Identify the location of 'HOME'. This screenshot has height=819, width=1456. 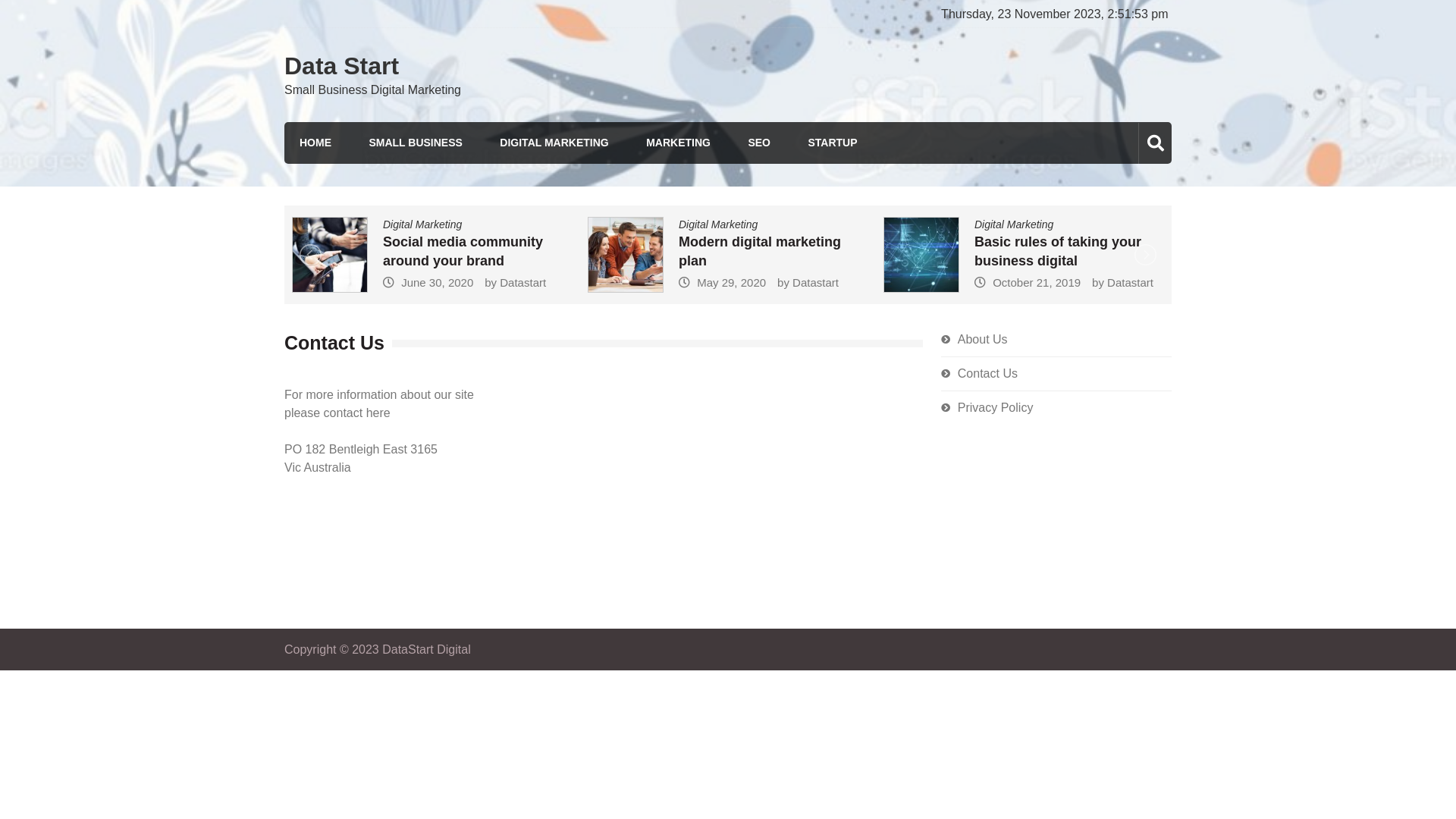
(315, 143).